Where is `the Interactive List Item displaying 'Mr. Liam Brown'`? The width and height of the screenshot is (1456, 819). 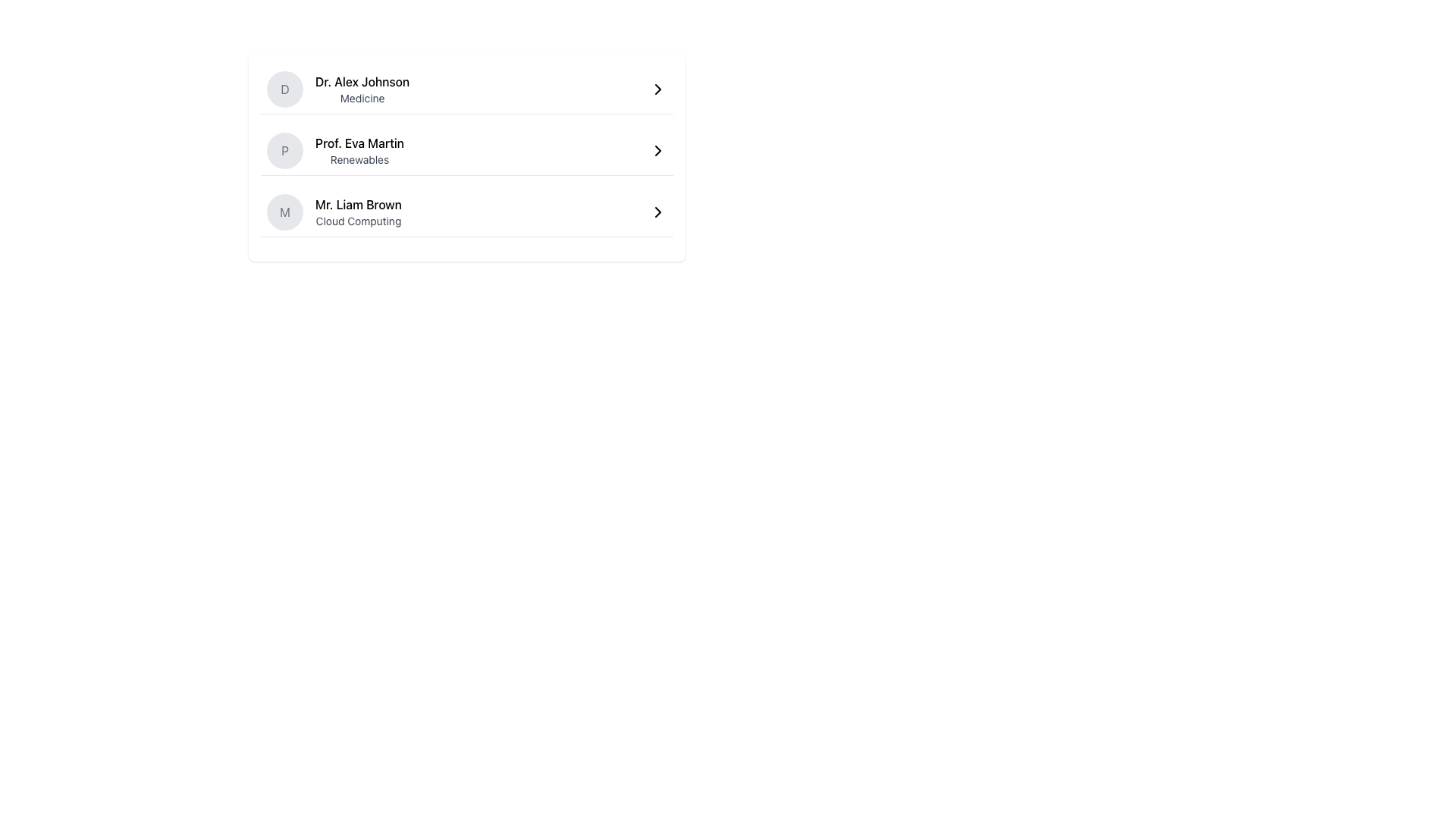
the Interactive List Item displaying 'Mr. Liam Brown' is located at coordinates (466, 212).